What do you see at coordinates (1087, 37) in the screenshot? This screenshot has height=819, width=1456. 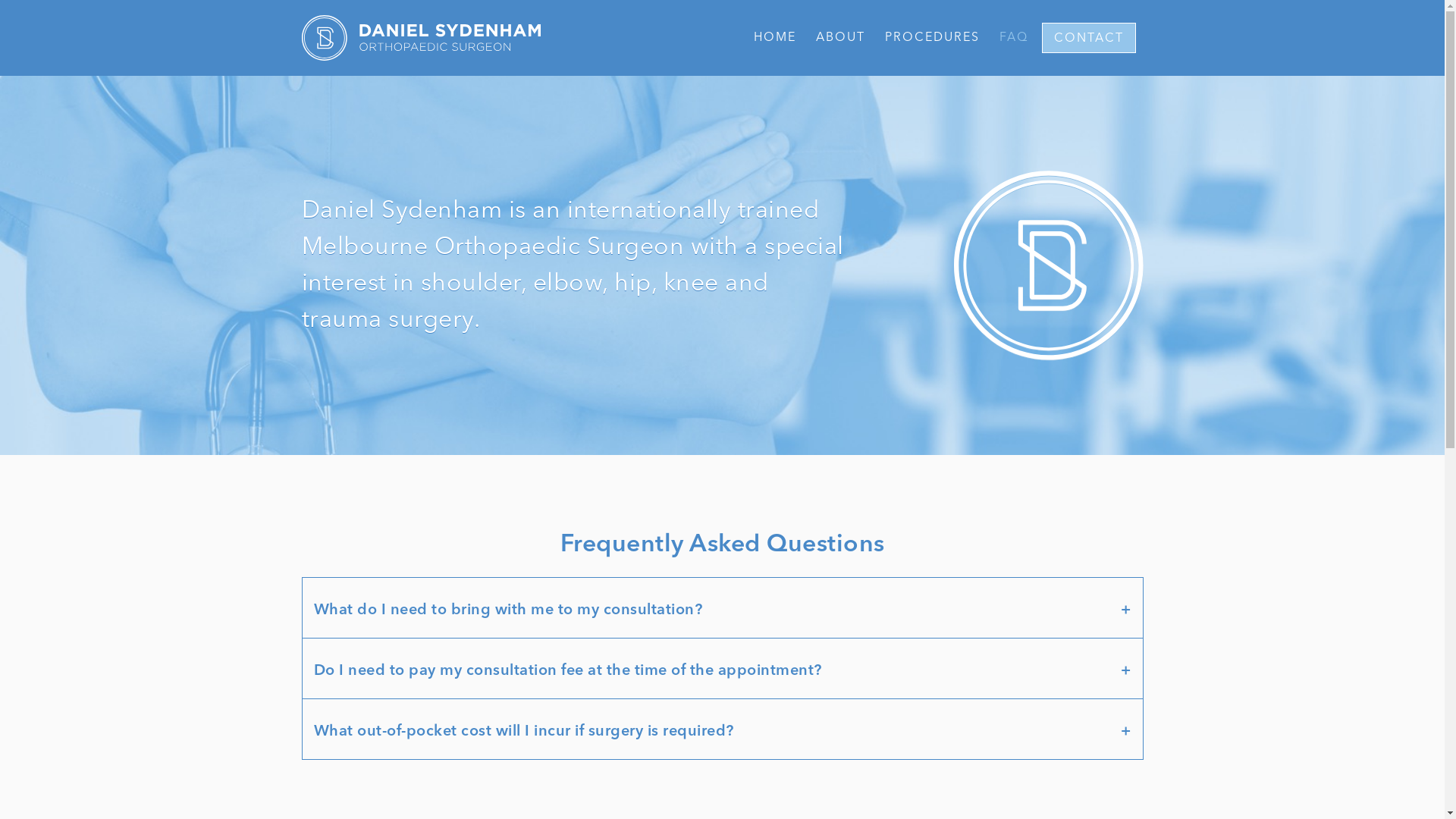 I see `'CONTACT'` at bounding box center [1087, 37].